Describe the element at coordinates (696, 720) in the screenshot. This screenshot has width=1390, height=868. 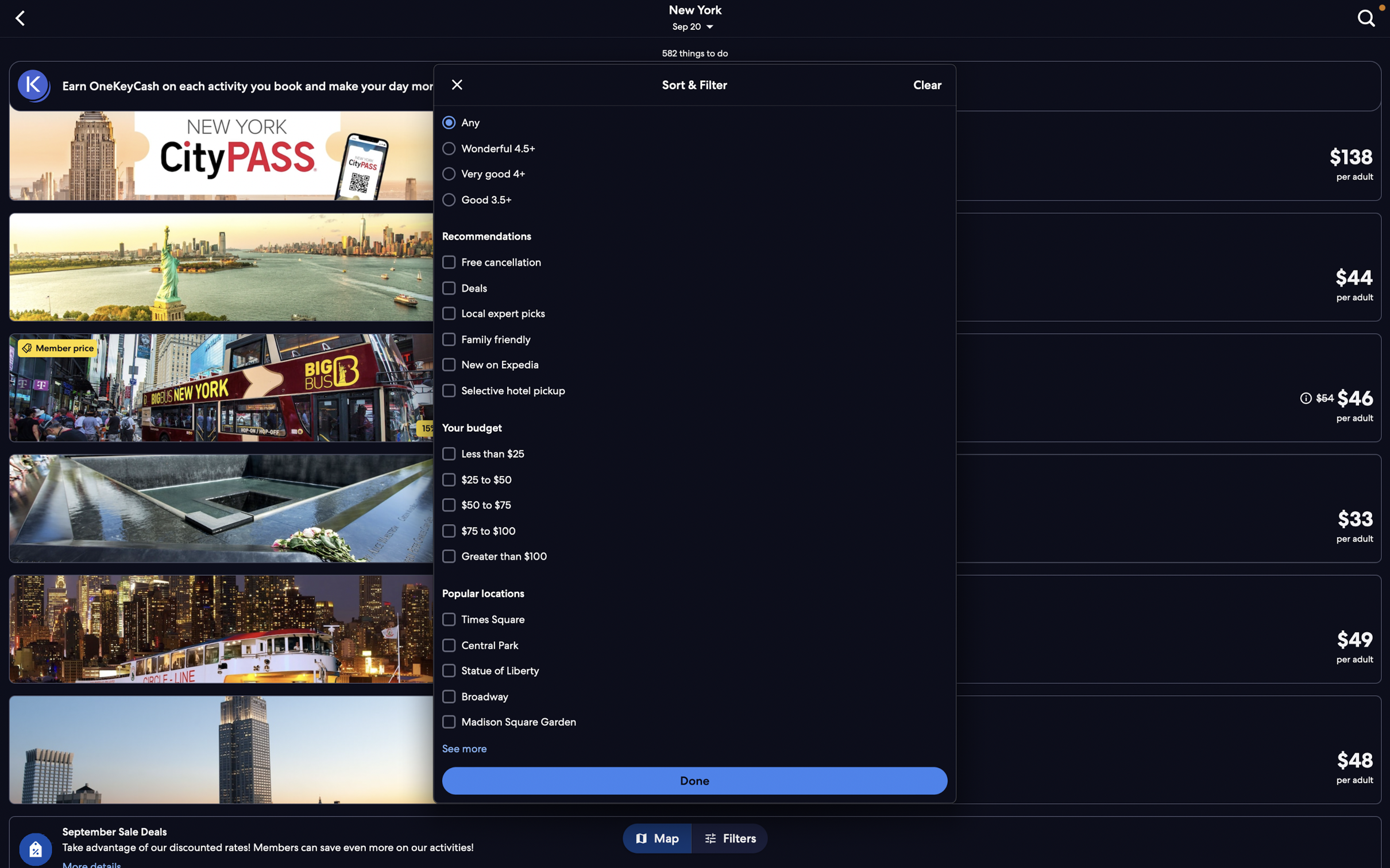
I see `Look for sites nearby "Broadway"` at that location.